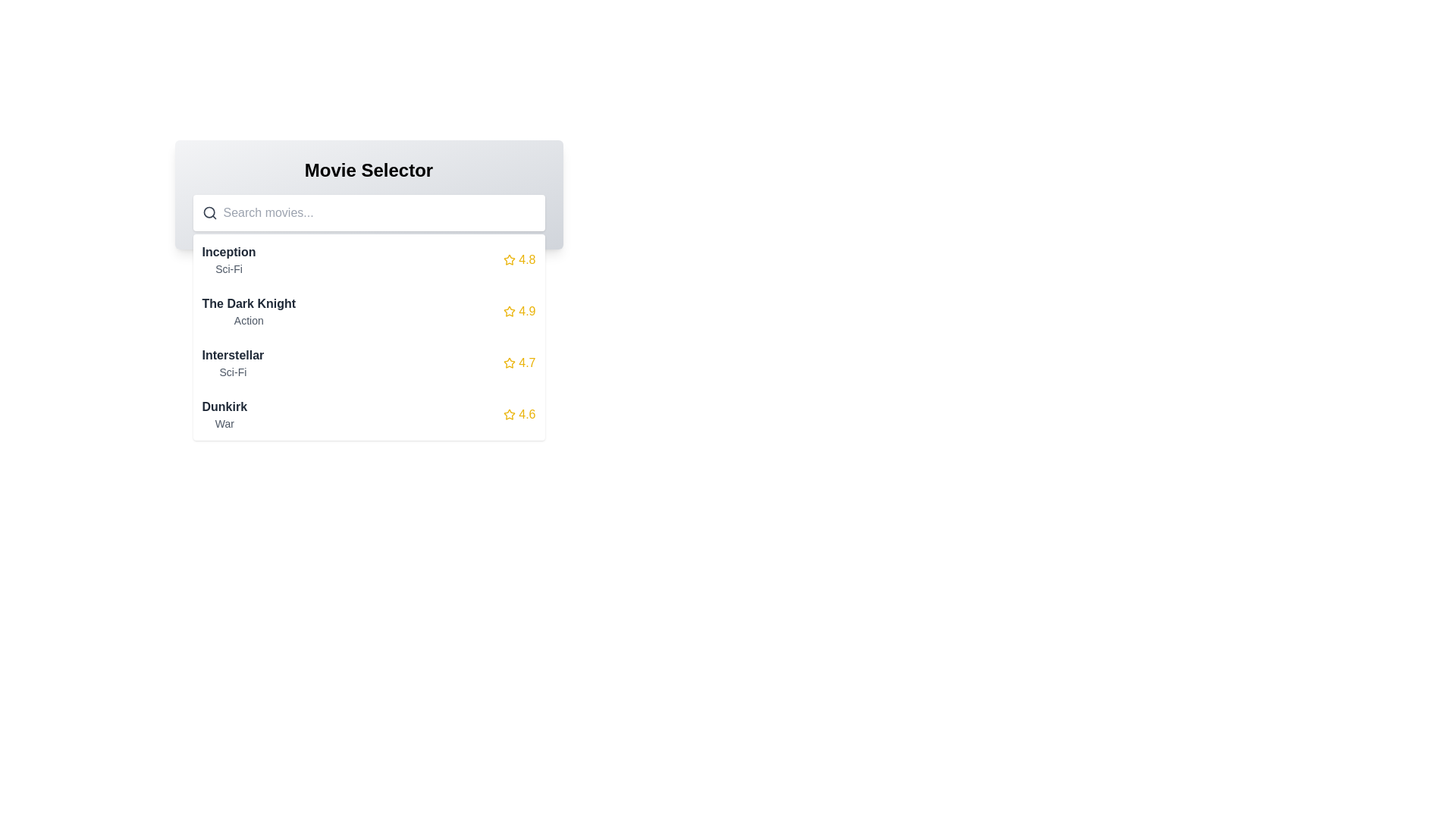  What do you see at coordinates (369, 311) in the screenshot?
I see `the selectable list item for 'The Dark Knight', which is the second item in the dropdown menu` at bounding box center [369, 311].